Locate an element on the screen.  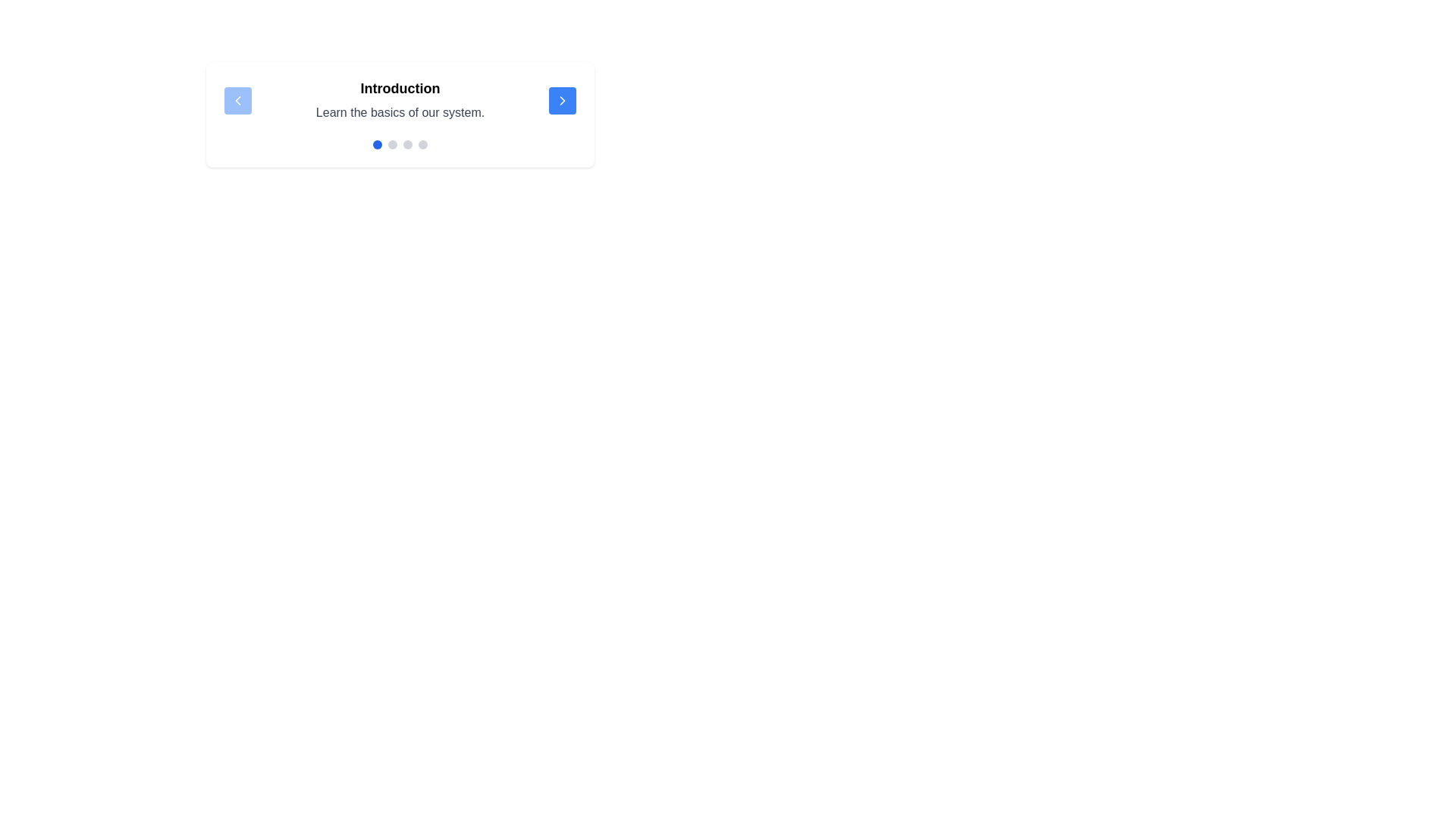
the fourth light gray circular indicator dot located centrally at the bottom of the carousel is located at coordinates (422, 144).